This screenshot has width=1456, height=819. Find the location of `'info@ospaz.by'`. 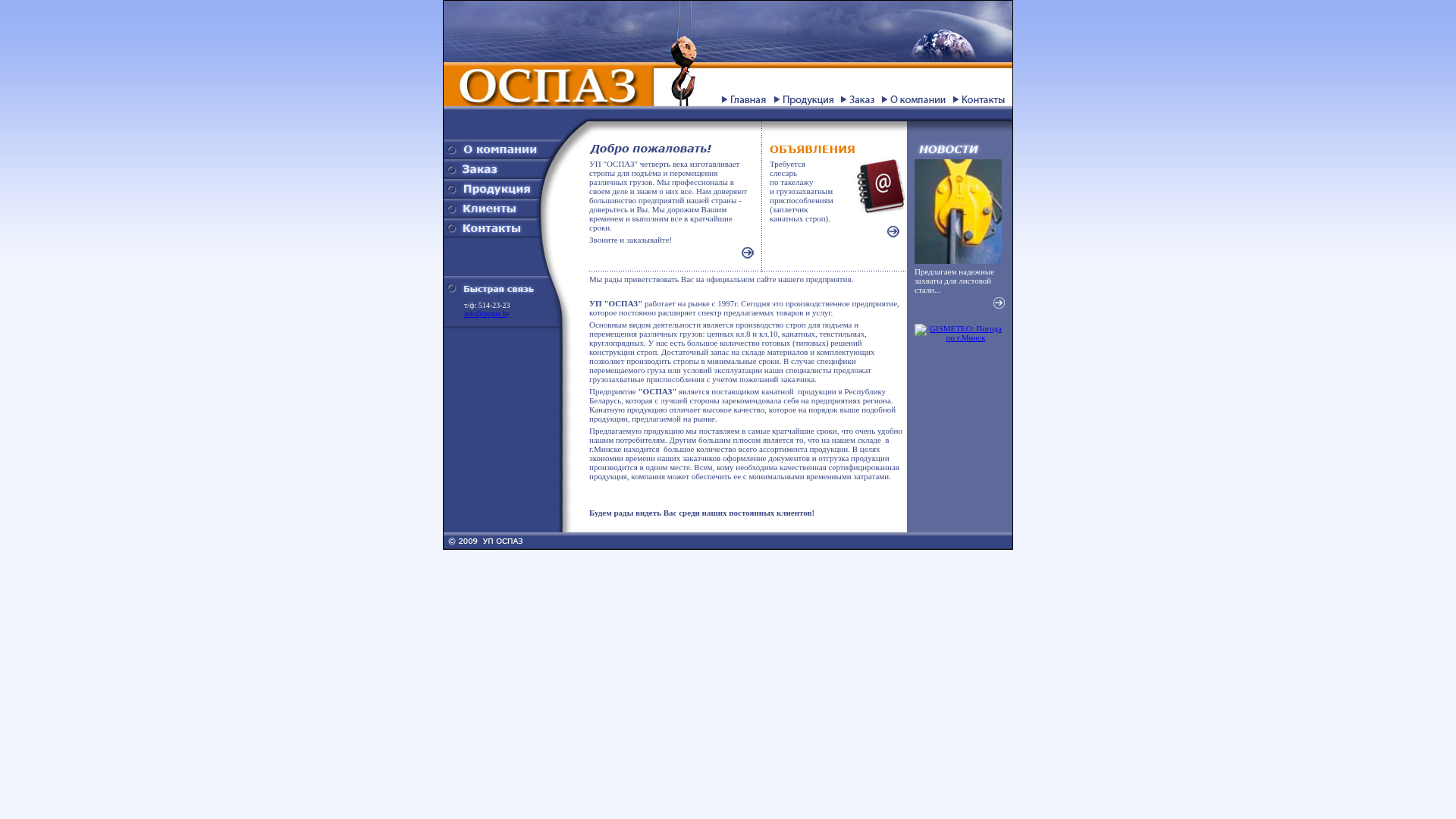

'info@ospaz.by' is located at coordinates (487, 312).